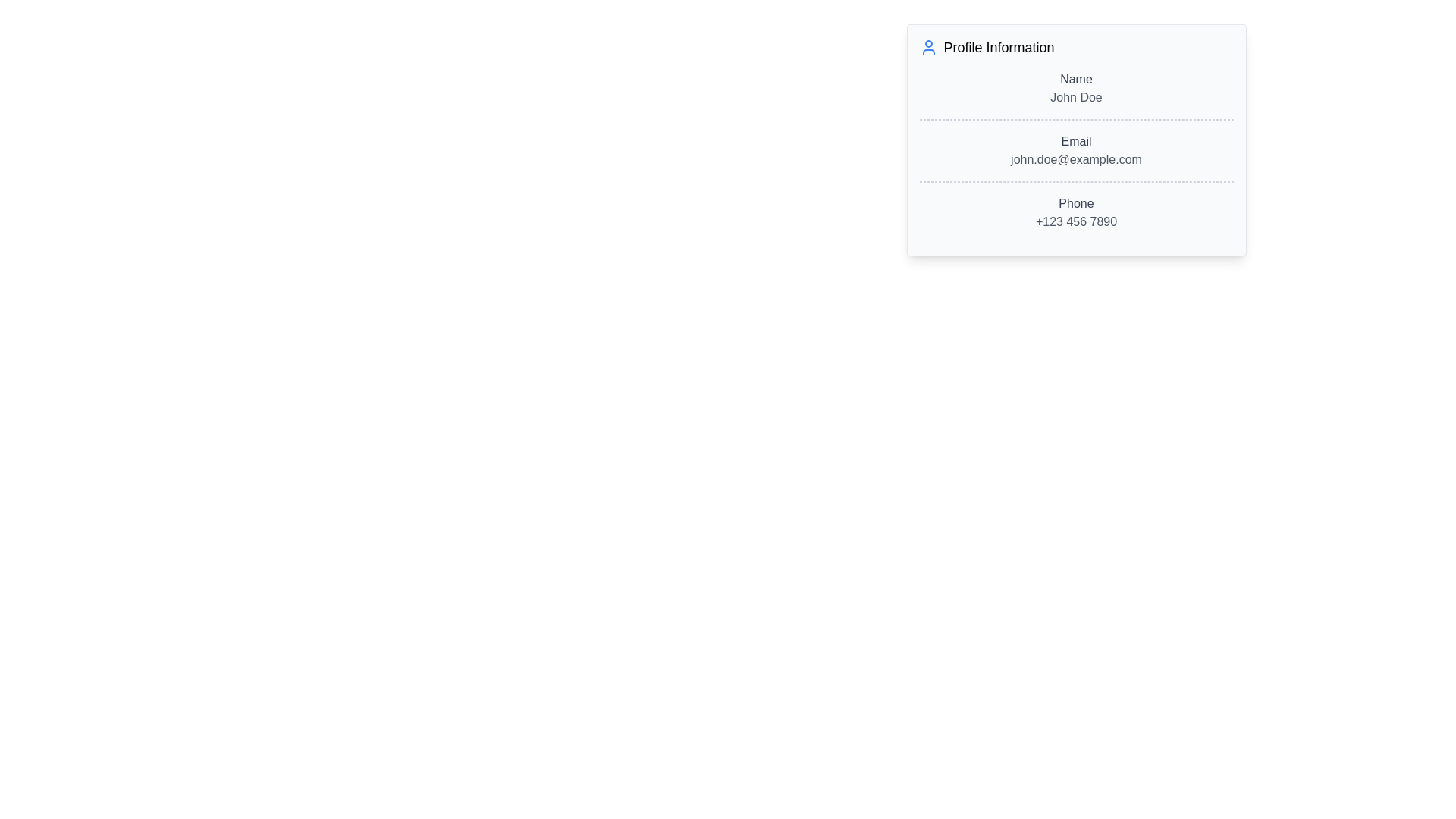  I want to click on the text label displaying 'Name' in medium font weight and gray color, located in the top section of the 'Profile Information' card, so click(1075, 79).